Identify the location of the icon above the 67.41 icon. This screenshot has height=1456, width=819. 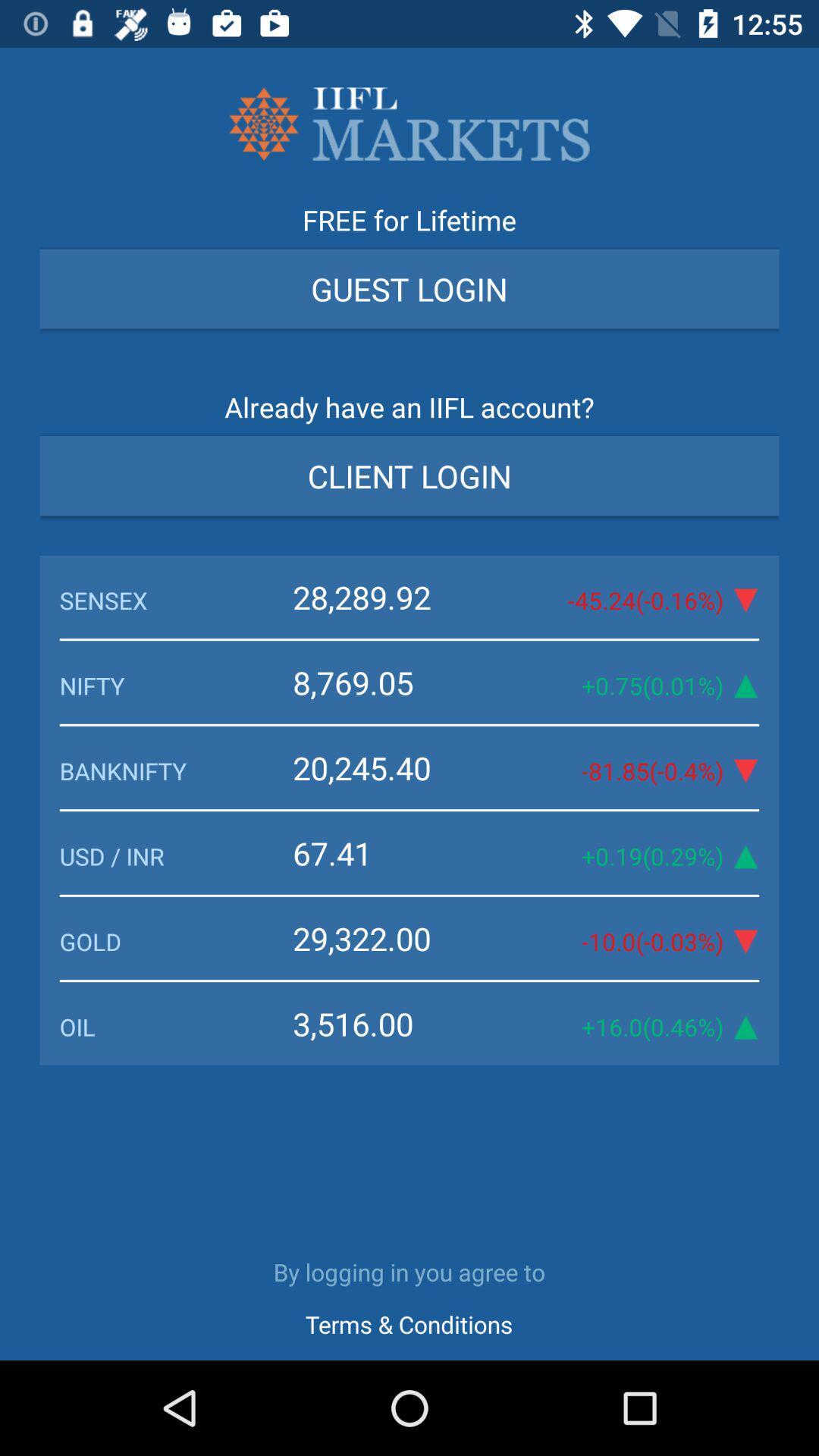
(175, 770).